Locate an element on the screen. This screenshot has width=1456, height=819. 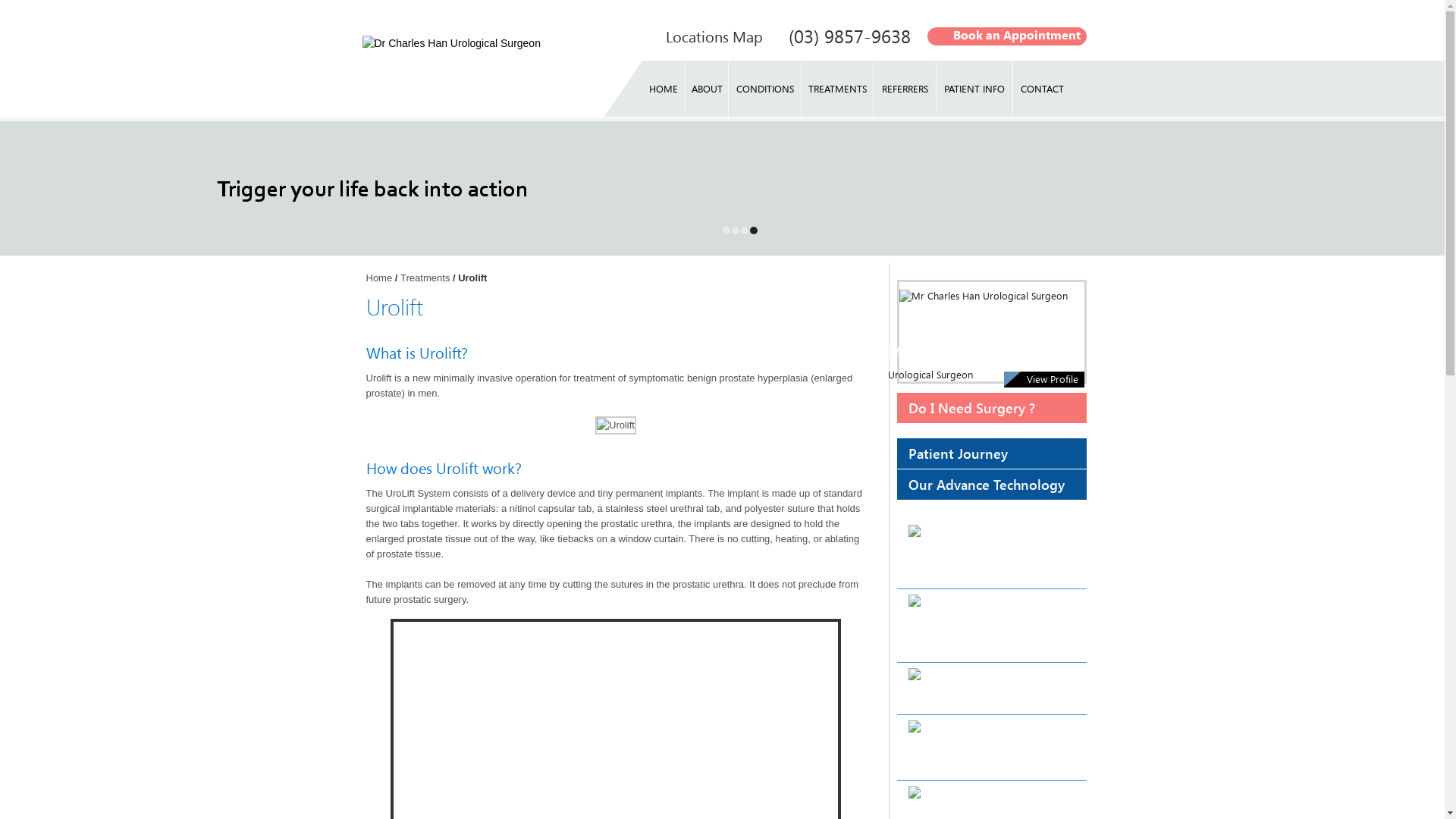
'ABOUT' is located at coordinates (706, 88).